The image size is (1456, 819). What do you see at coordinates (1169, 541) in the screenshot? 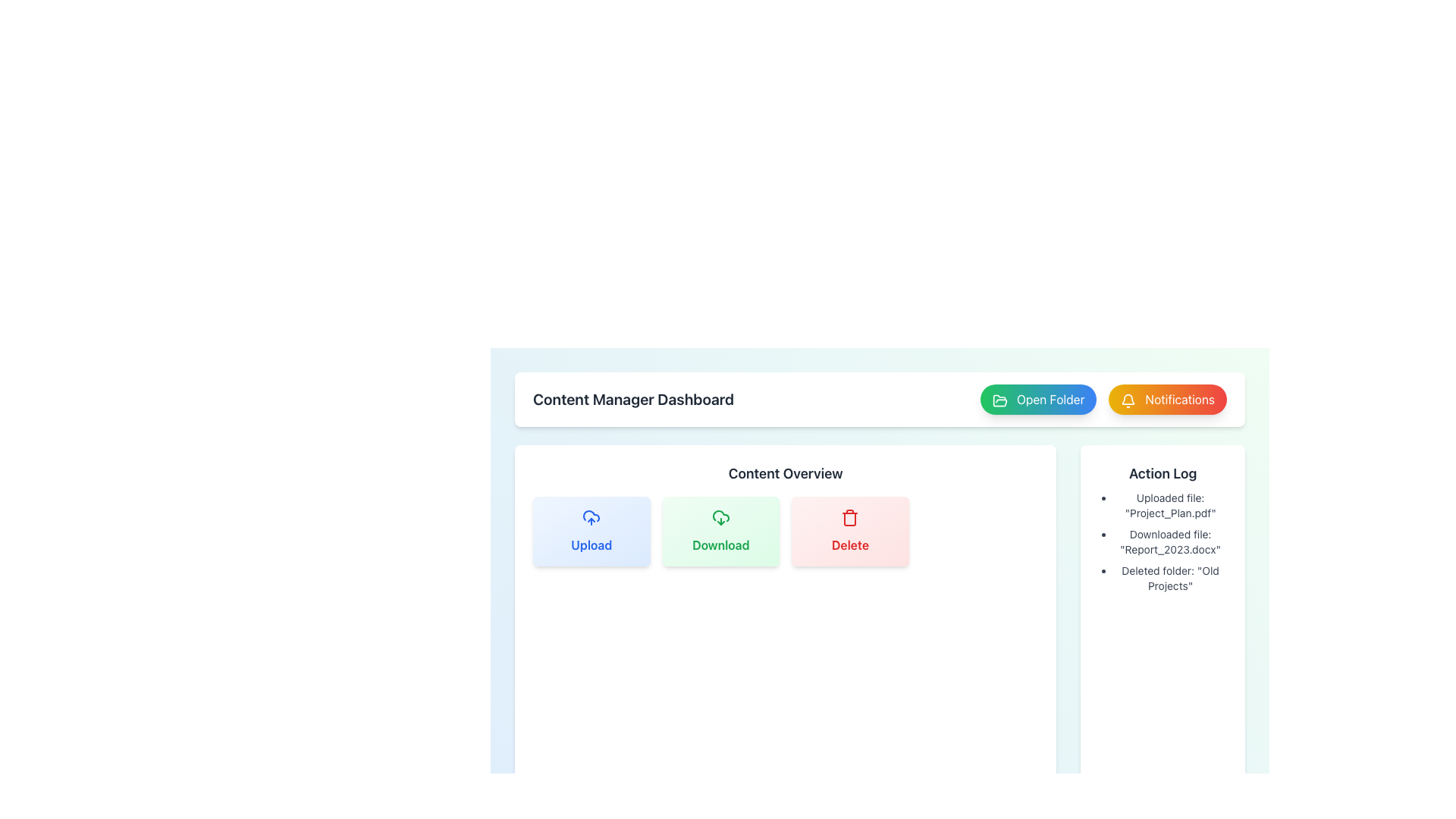
I see `the text label that indicates the downloaded file "Report_2023.docx" located in the Action Log section, positioned between the entries for "Uploaded file: \"Project_Plan.pdf\"" and "Deleted folder: \"Old Projects\""` at bounding box center [1169, 541].